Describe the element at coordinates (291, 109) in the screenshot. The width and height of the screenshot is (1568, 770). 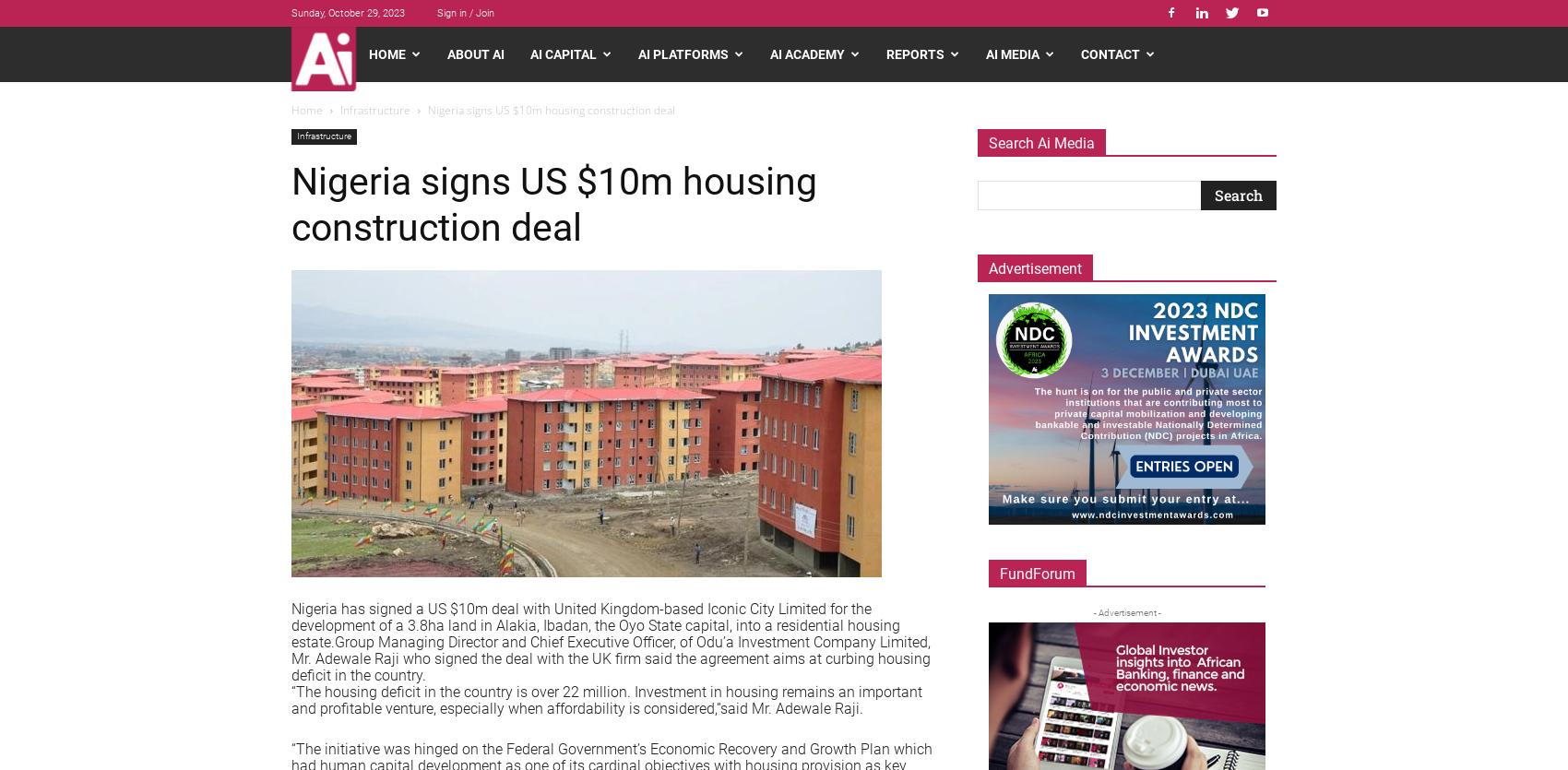
I see `'Home'` at that location.